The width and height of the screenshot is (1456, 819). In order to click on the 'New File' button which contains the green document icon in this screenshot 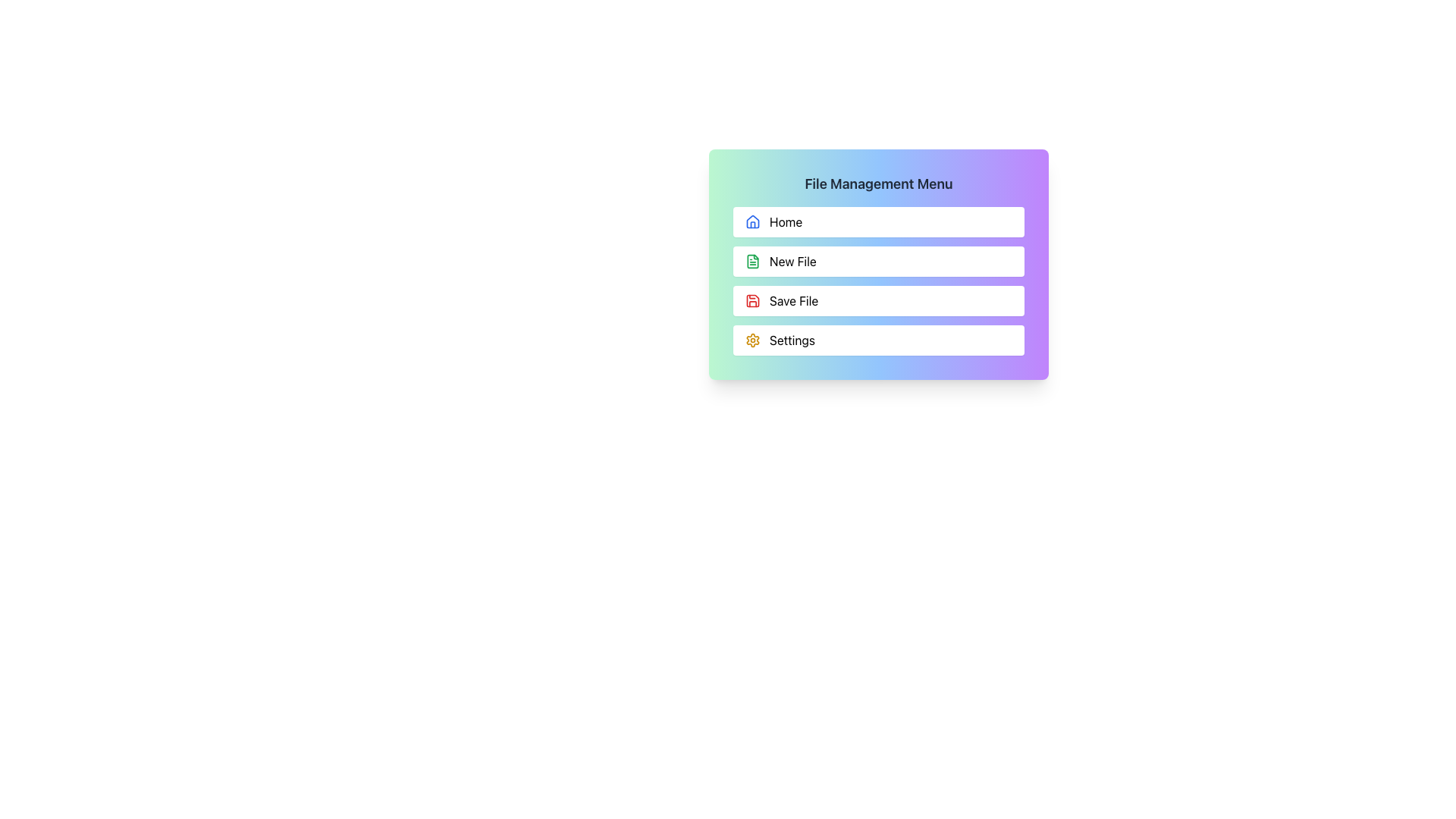, I will do `click(753, 260)`.